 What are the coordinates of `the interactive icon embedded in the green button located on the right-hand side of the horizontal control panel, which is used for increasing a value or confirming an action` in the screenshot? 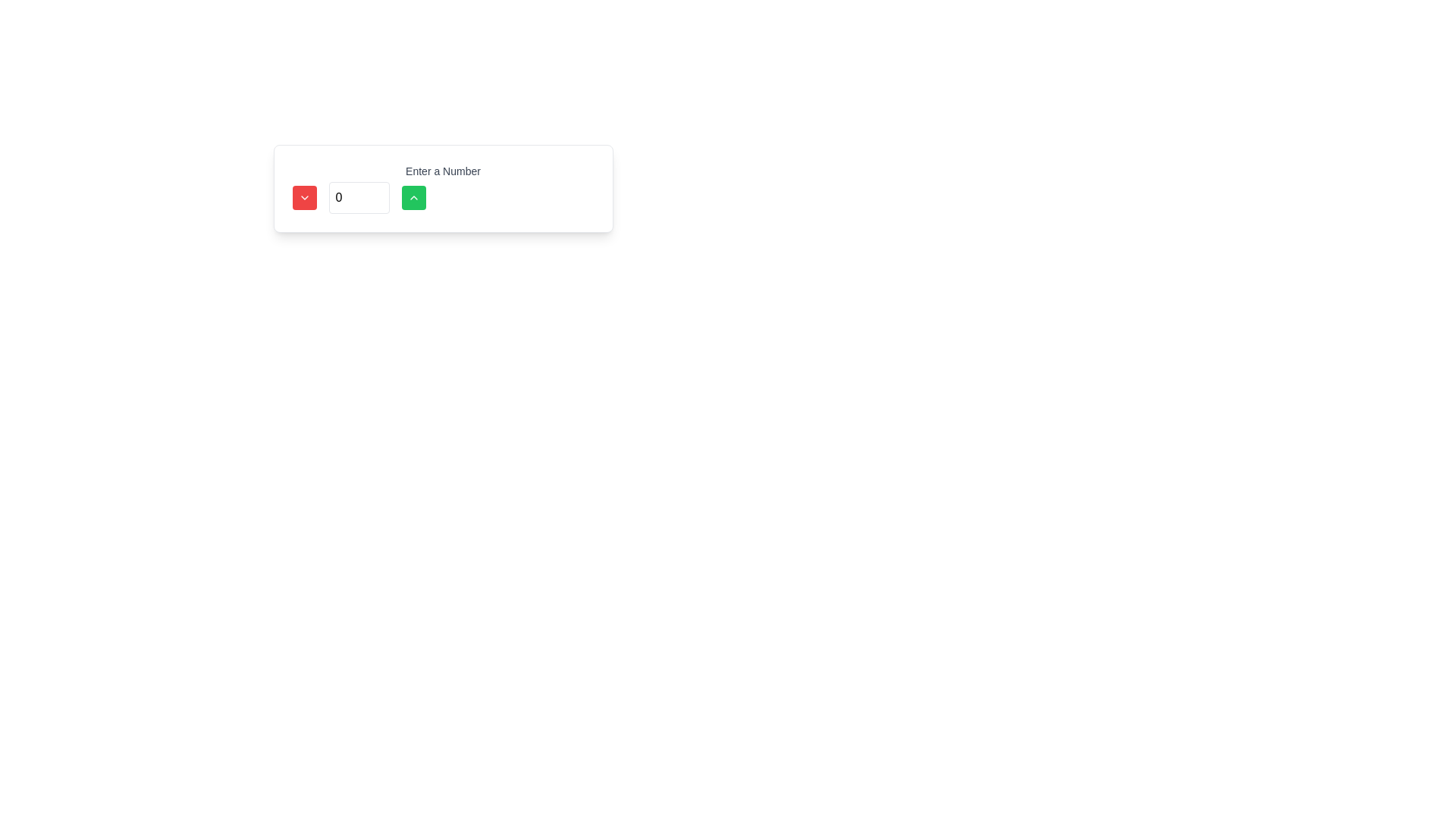 It's located at (413, 197).